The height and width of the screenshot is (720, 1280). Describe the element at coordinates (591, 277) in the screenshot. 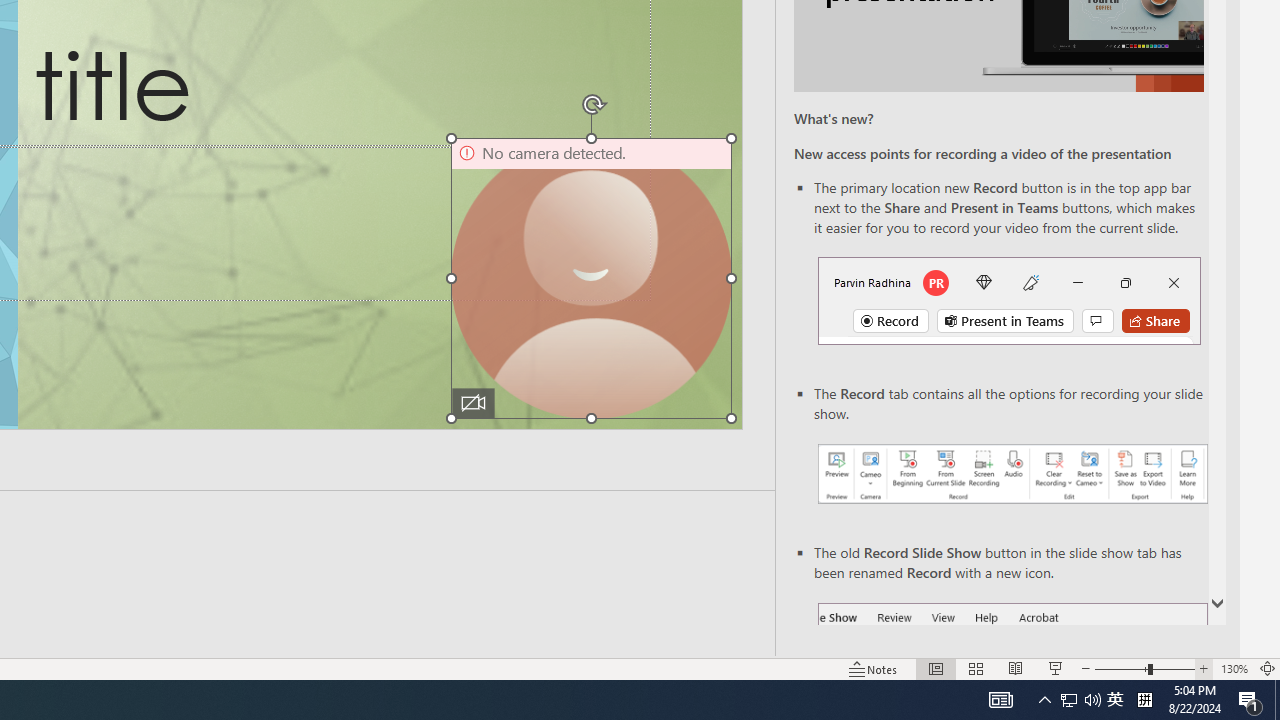

I see `'Camera 9, No camera detected.'` at that location.